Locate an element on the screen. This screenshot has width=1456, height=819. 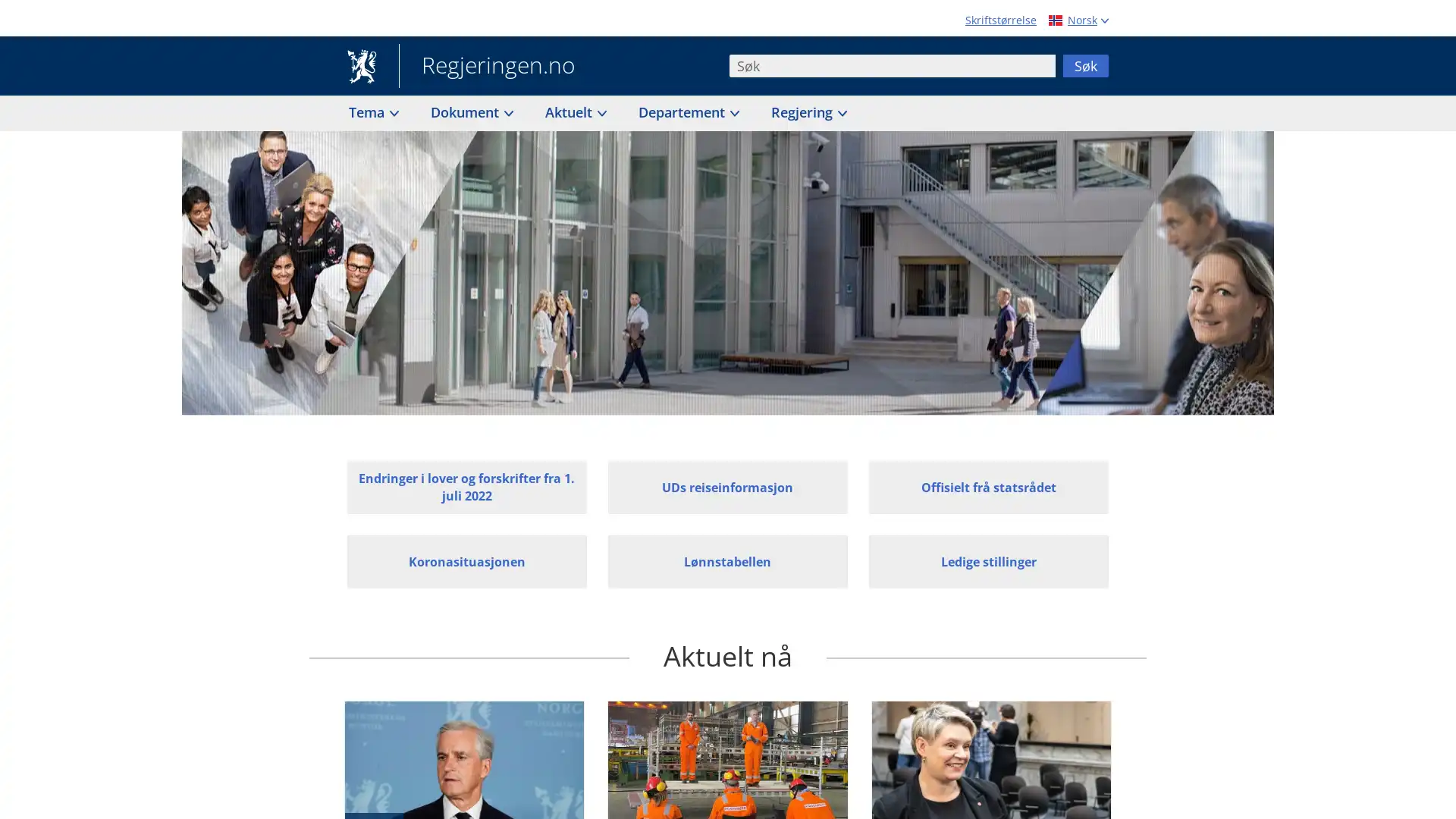
Dokument is located at coordinates (470, 111).